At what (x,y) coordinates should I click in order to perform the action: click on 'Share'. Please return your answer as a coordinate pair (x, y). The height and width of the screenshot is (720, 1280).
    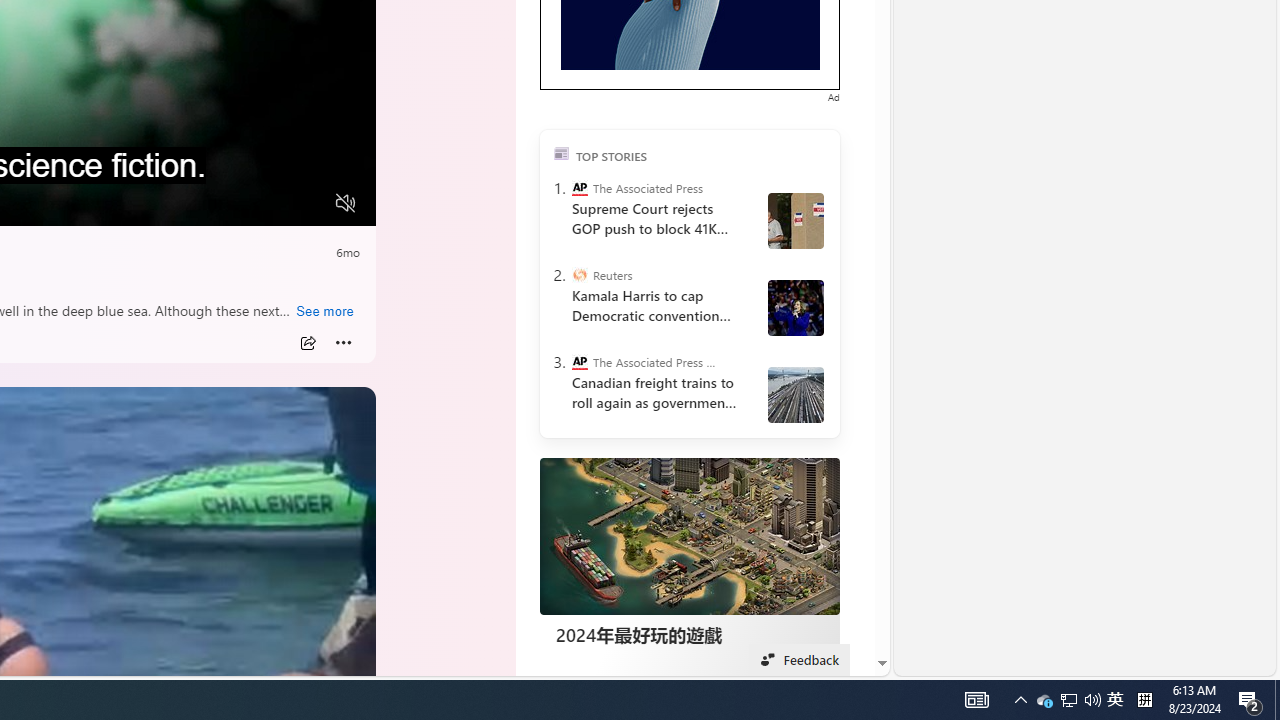
    Looking at the image, I should click on (306, 342).